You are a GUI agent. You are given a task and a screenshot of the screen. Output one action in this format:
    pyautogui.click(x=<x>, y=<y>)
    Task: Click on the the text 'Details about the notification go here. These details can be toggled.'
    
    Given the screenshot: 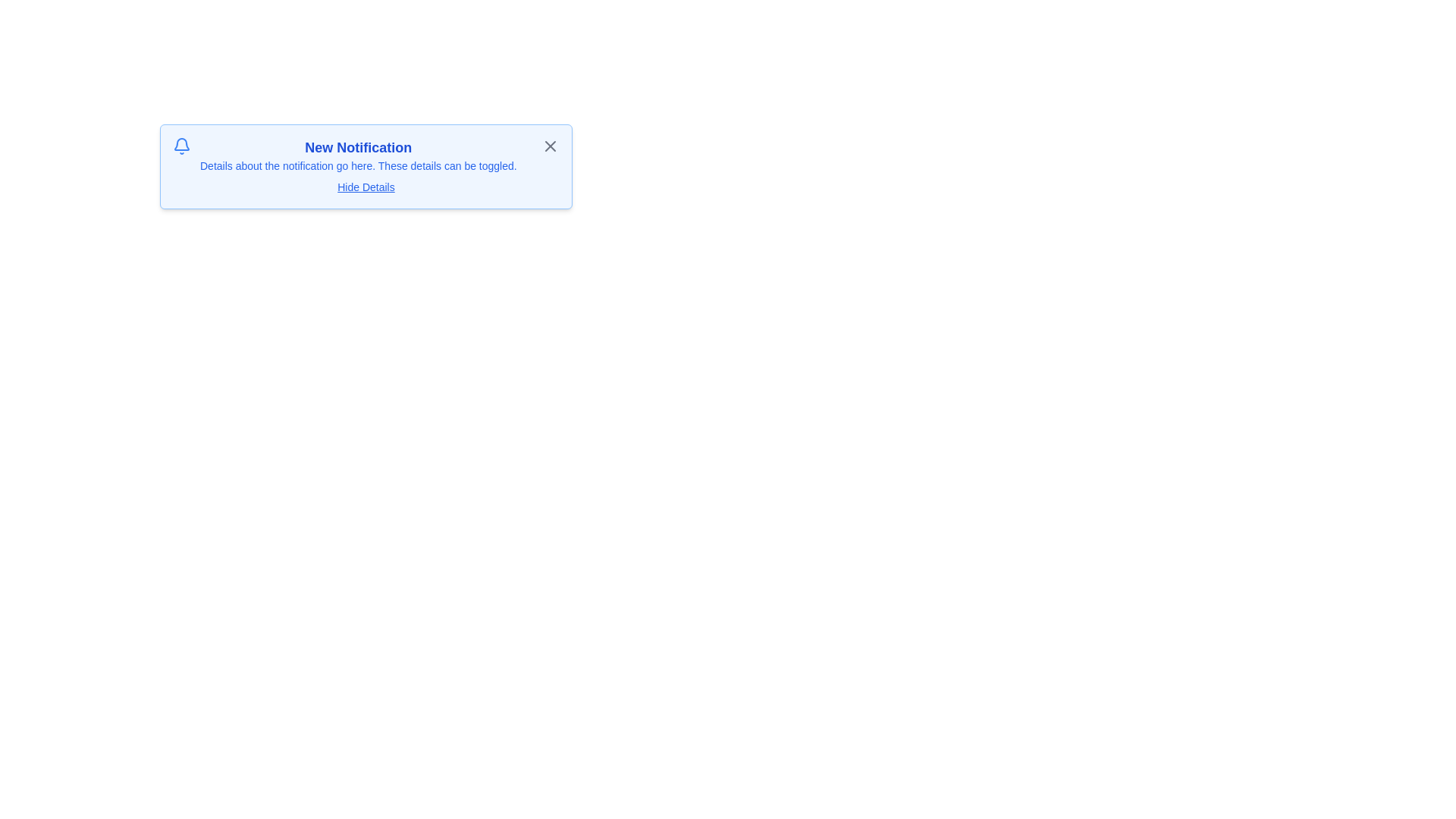 What is the action you would take?
    pyautogui.click(x=356, y=166)
    